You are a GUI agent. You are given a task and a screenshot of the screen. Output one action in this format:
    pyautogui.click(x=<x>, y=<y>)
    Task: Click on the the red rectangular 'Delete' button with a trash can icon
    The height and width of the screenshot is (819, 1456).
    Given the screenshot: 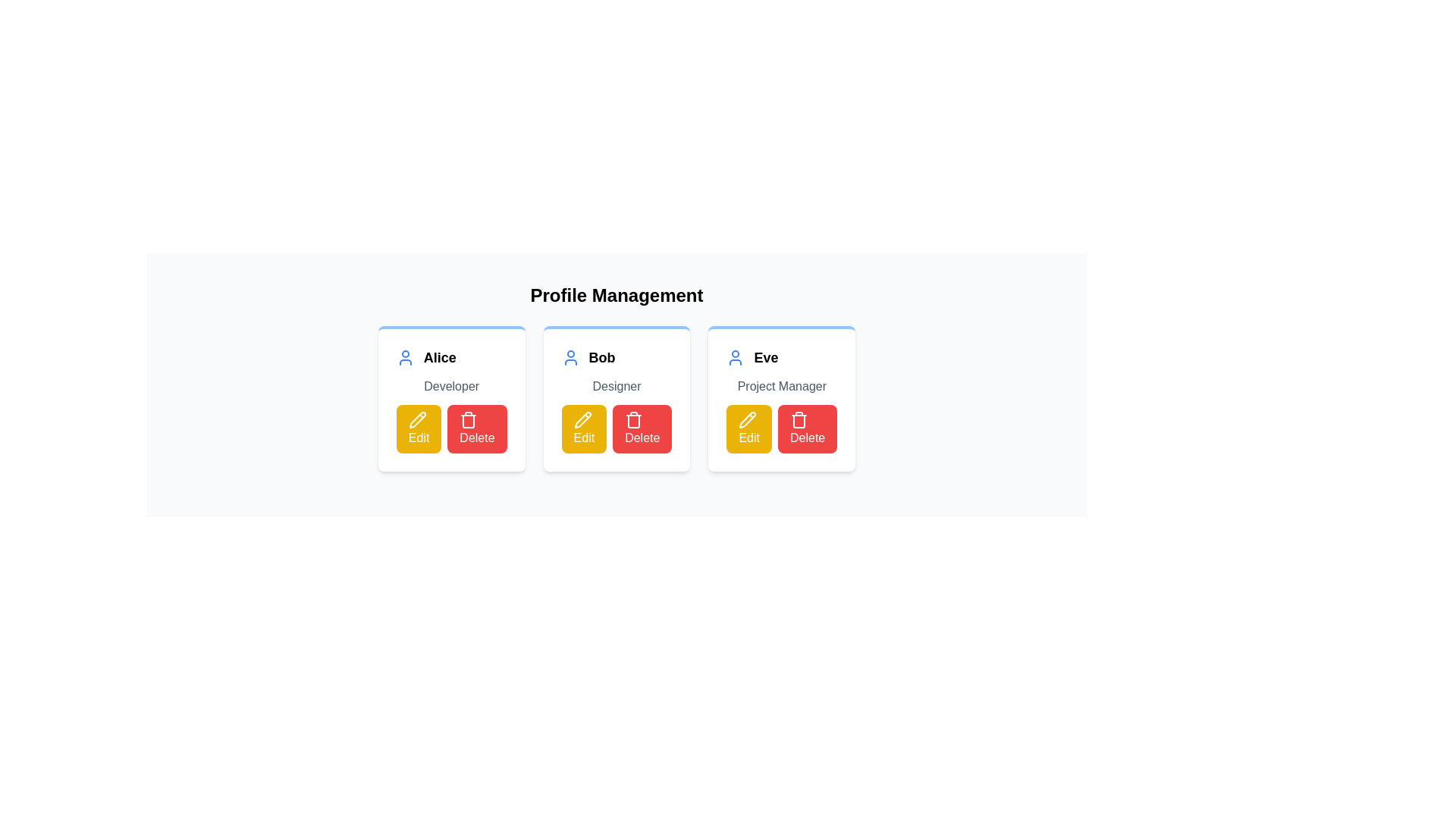 What is the action you would take?
    pyautogui.click(x=807, y=429)
    